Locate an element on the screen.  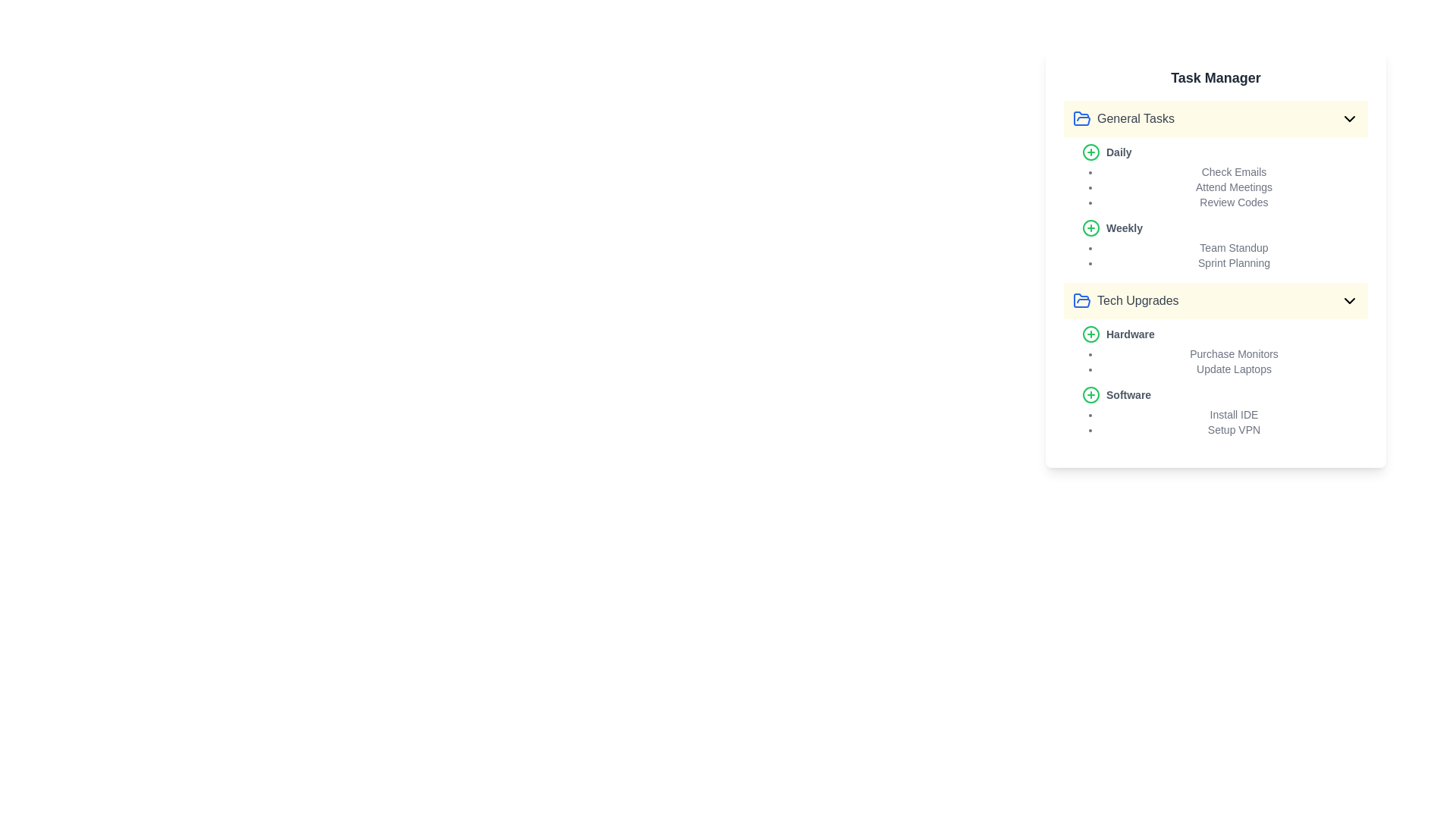
the center of the 'Tech Upgrades' button, which features a blue folder icon on the left and a gray text label on the right, located in the 'Task Manager' section is located at coordinates (1125, 301).